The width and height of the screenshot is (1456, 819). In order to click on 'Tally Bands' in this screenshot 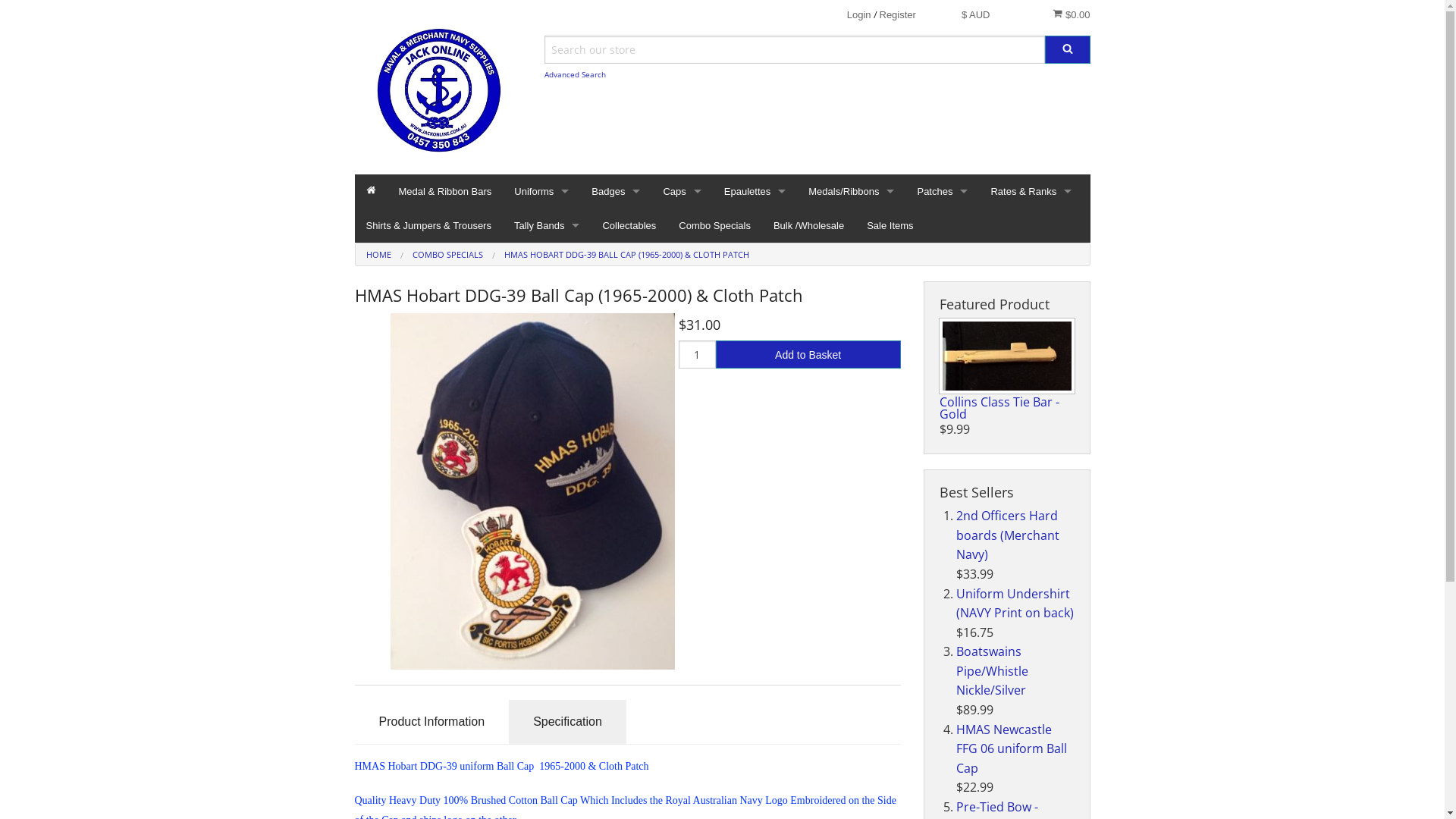, I will do `click(546, 225)`.